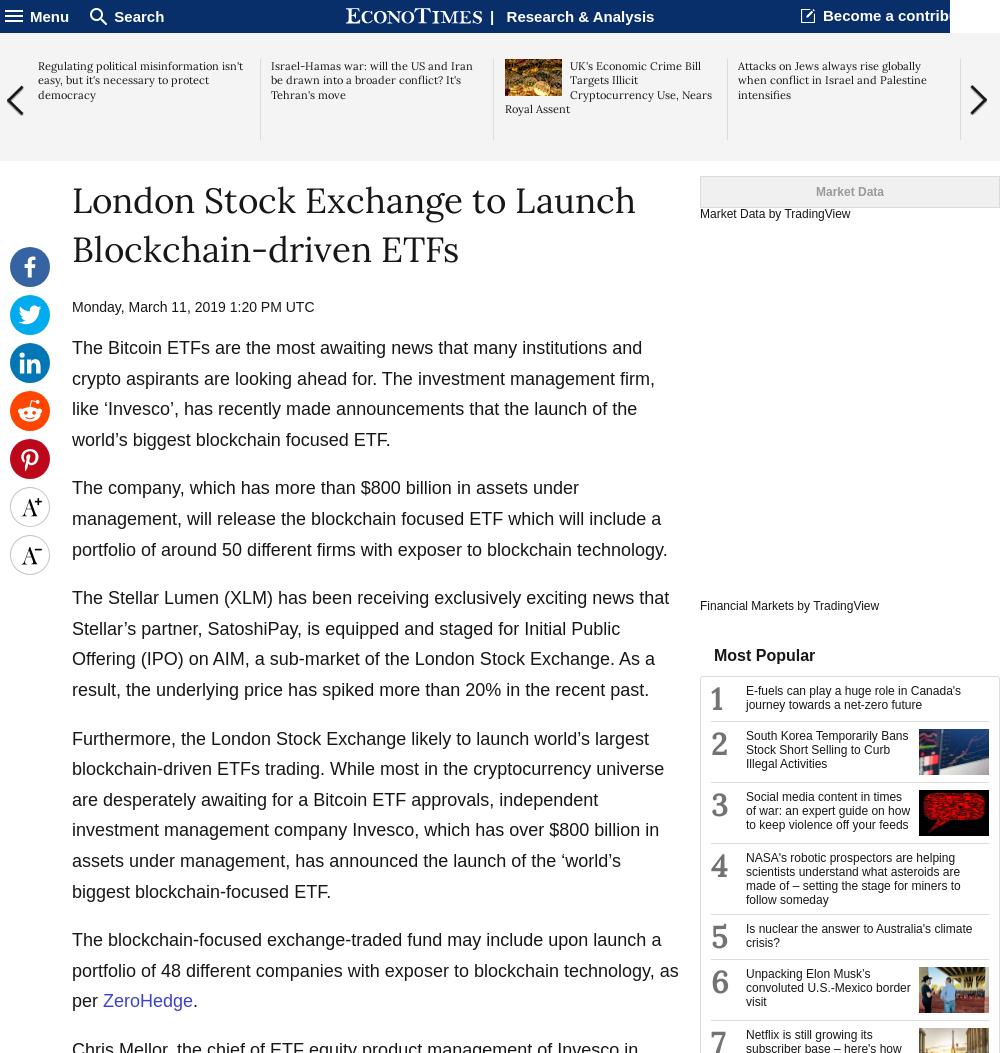 The image size is (1000, 1053). What do you see at coordinates (492, 16) in the screenshot?
I see `'|'` at bounding box center [492, 16].